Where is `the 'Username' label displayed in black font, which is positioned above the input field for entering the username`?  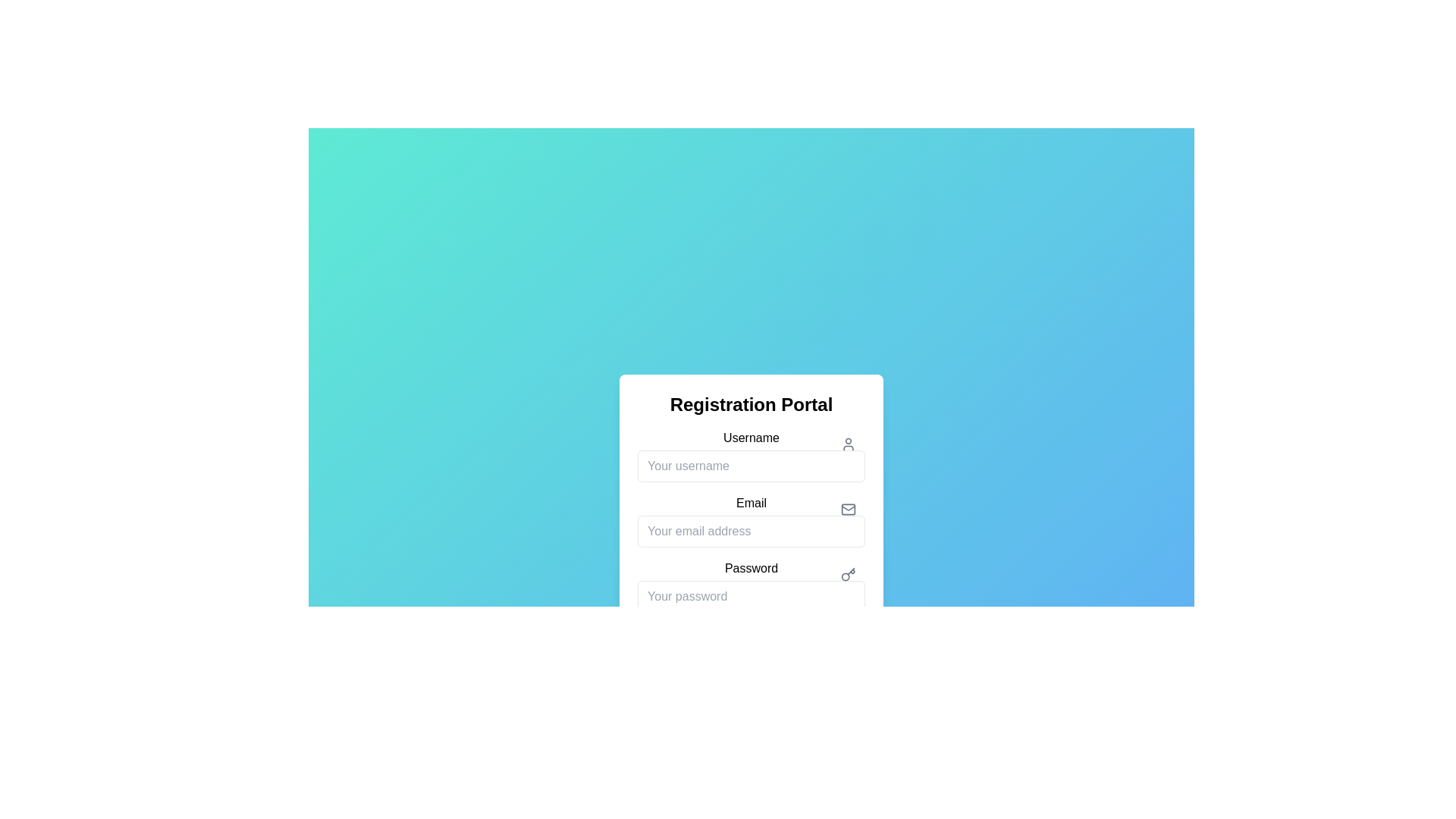 the 'Username' label displayed in black font, which is positioned above the input field for entering the username is located at coordinates (751, 438).